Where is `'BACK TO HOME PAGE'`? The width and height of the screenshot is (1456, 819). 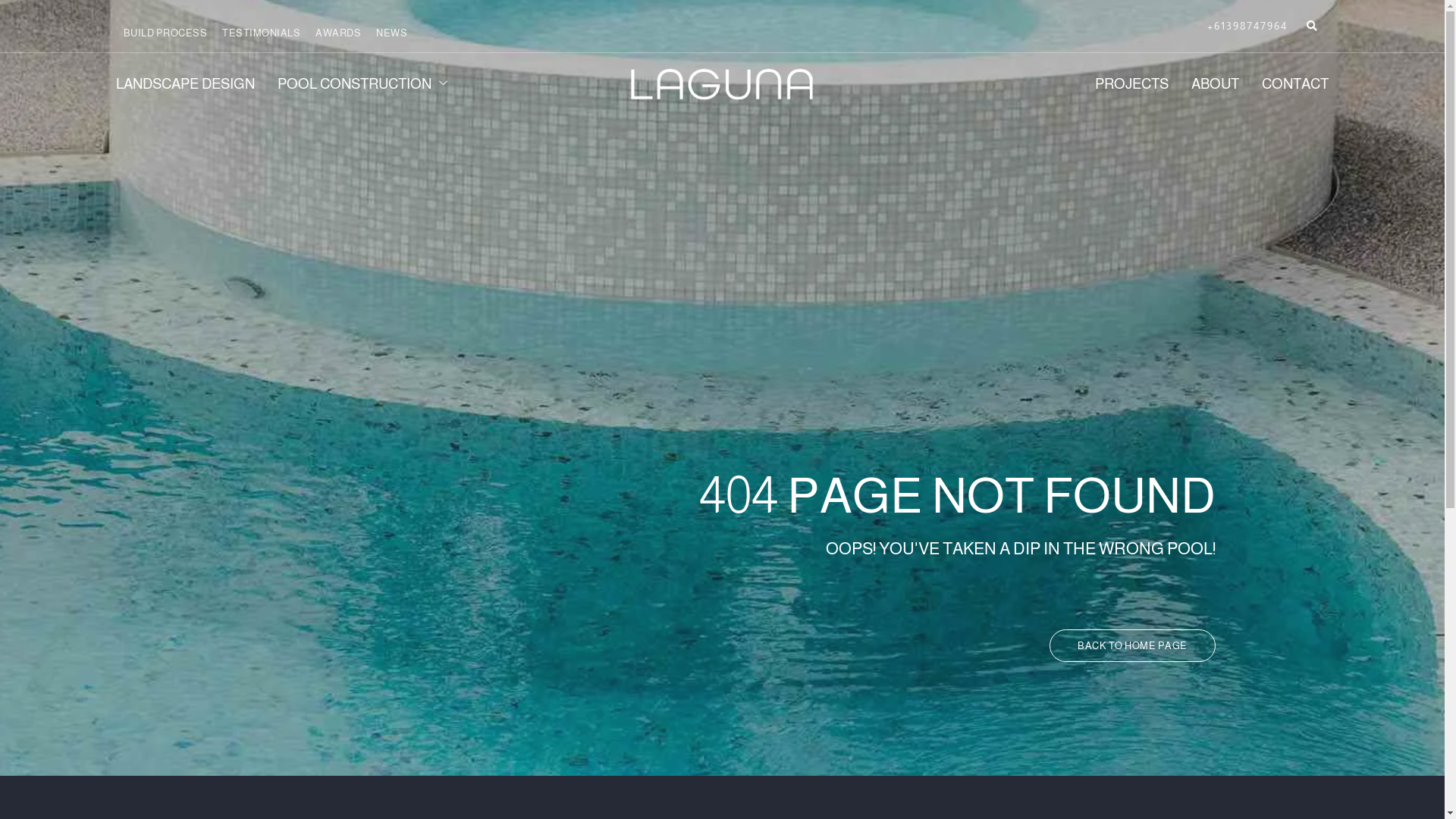 'BACK TO HOME PAGE' is located at coordinates (1132, 645).